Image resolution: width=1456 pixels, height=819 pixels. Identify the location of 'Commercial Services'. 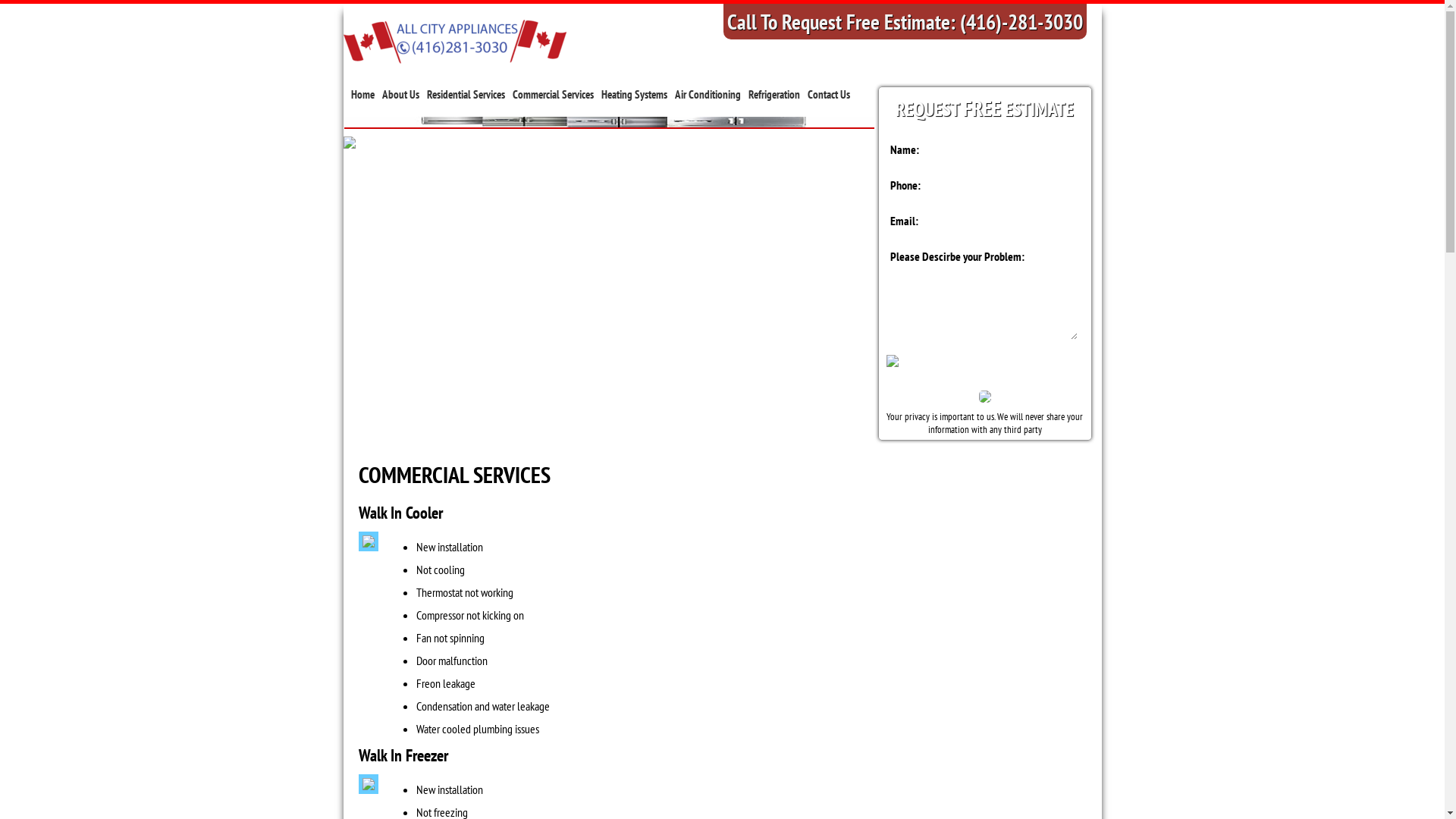
(552, 94).